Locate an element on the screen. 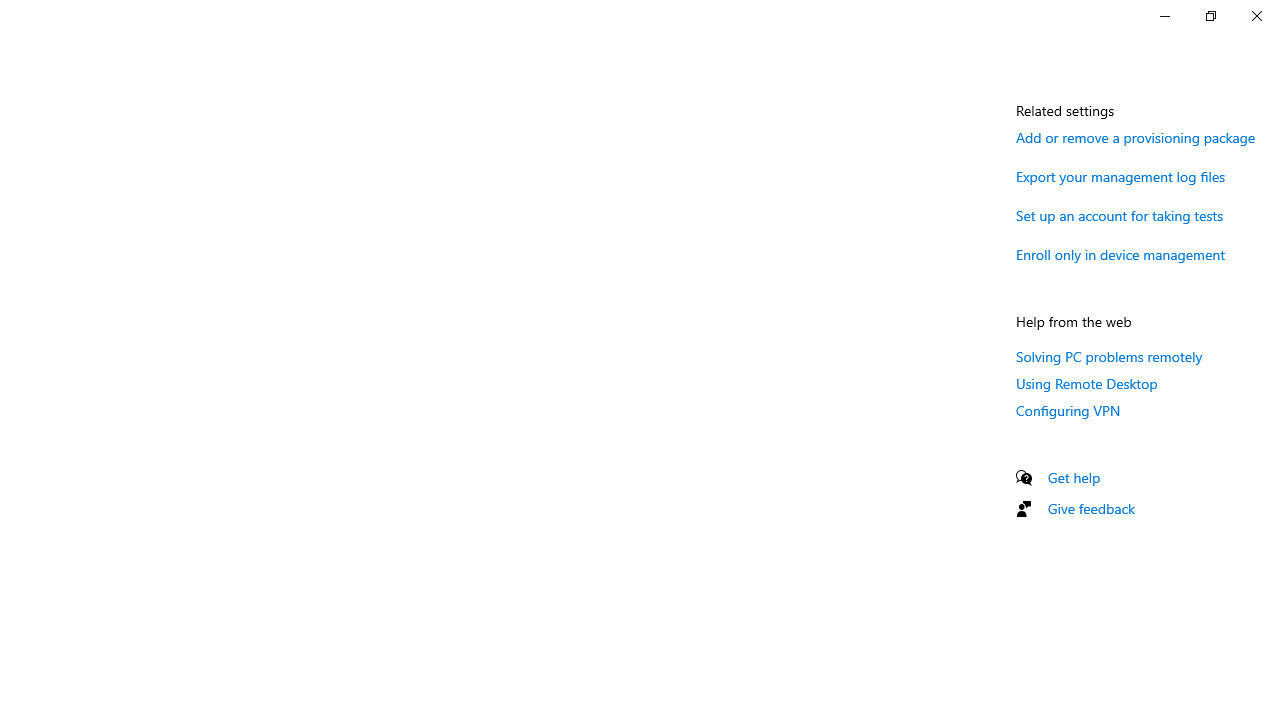 This screenshot has width=1280, height=720. 'Close Settings' is located at coordinates (1255, 15).